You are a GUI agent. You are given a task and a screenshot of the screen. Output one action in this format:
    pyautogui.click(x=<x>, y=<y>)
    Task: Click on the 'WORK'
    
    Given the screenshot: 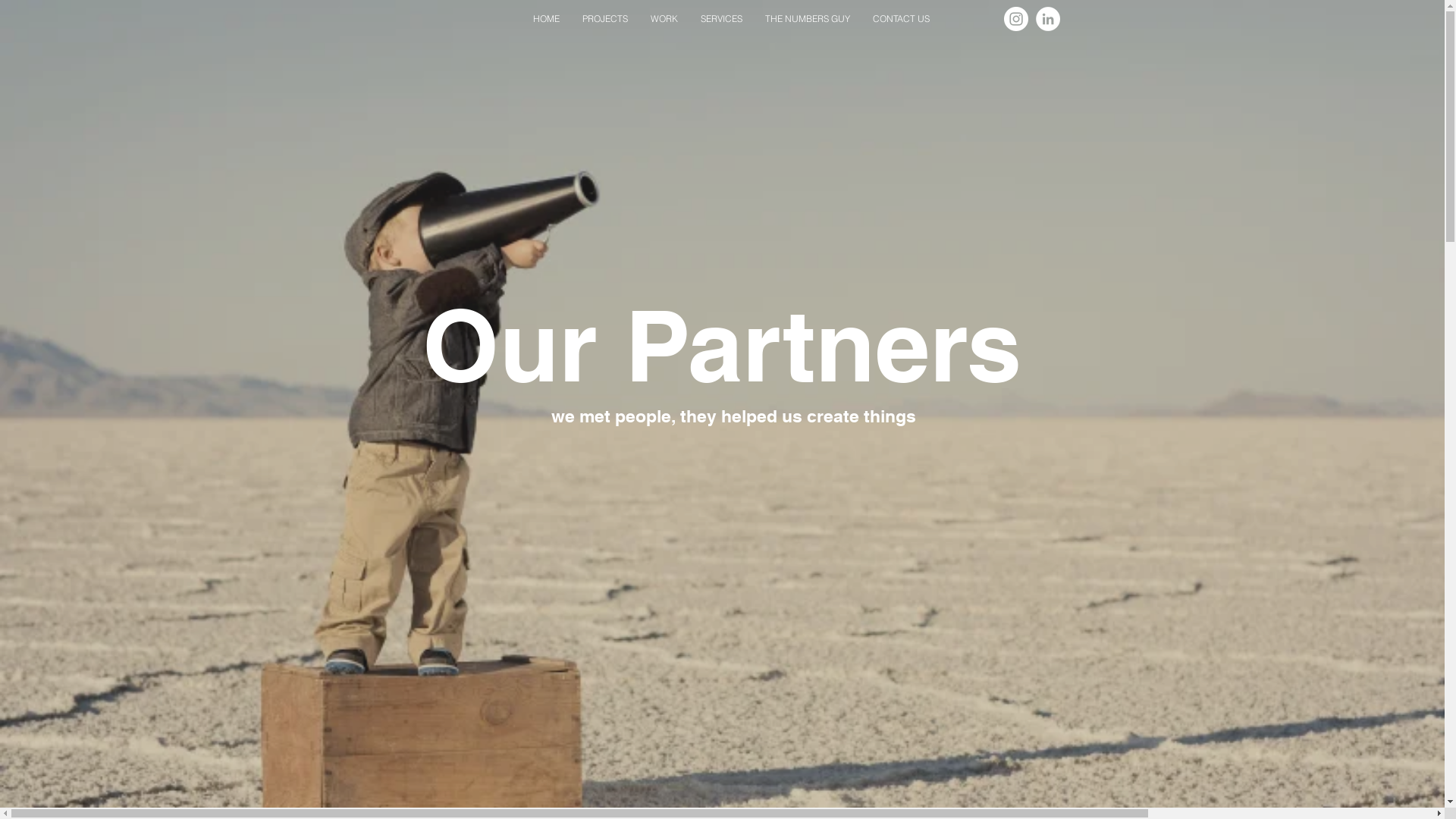 What is the action you would take?
    pyautogui.click(x=664, y=18)
    